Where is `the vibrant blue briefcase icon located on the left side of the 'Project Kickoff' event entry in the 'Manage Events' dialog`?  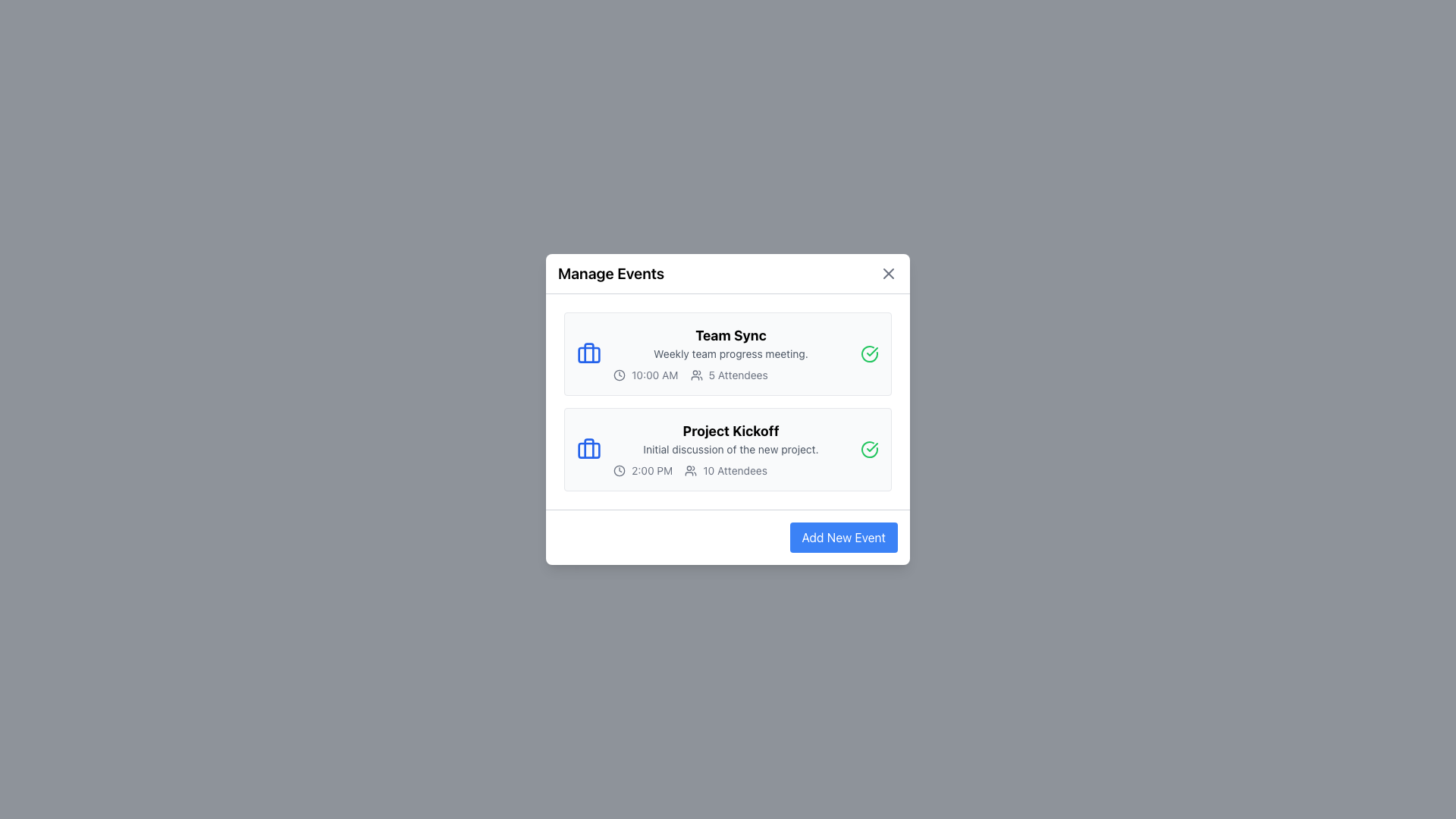 the vibrant blue briefcase icon located on the left side of the 'Project Kickoff' event entry in the 'Manage Events' dialog is located at coordinates (588, 449).